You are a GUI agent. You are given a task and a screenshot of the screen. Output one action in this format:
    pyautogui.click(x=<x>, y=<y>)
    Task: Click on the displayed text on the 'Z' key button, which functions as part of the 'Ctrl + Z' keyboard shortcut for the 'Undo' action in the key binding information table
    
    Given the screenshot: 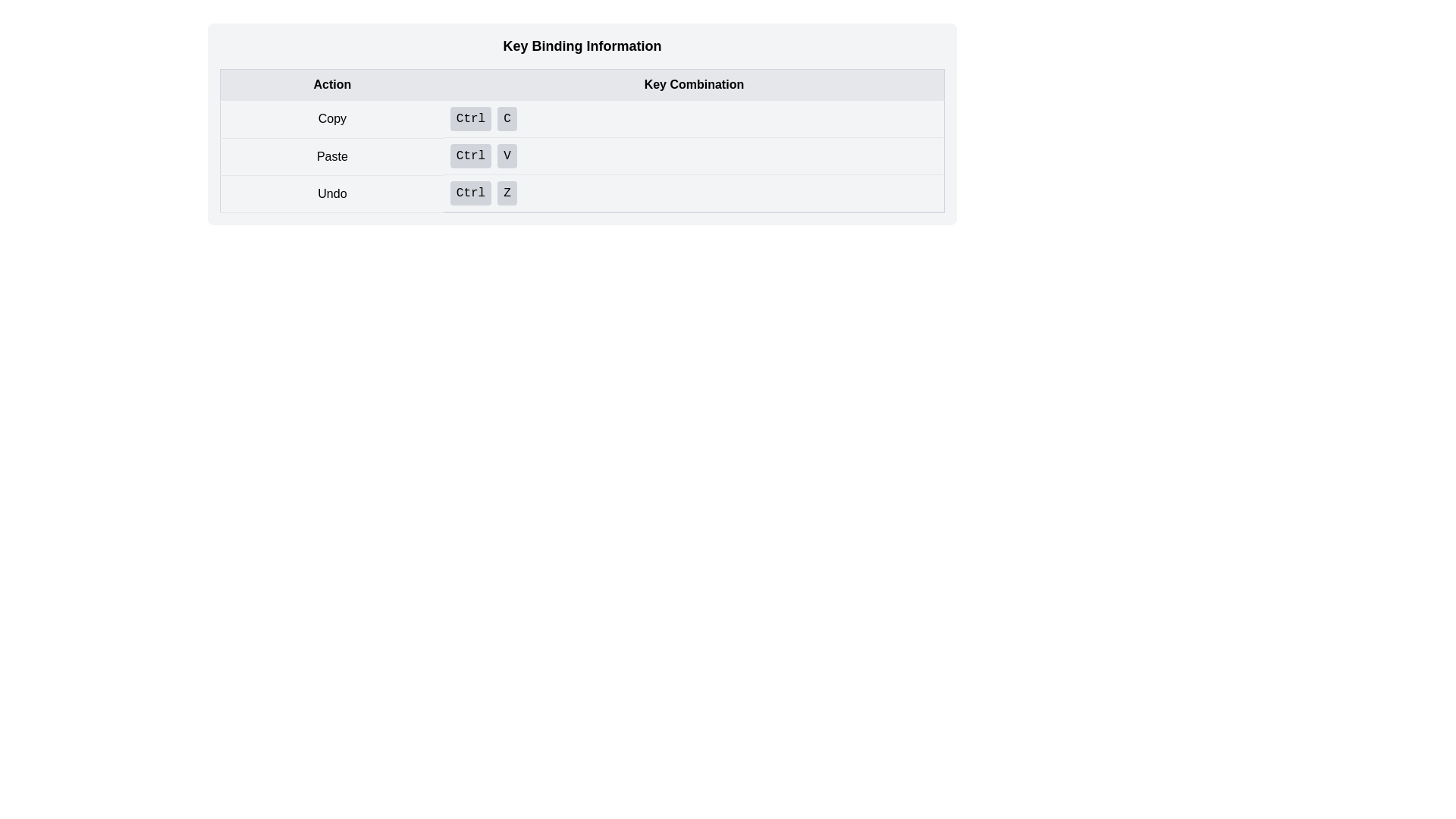 What is the action you would take?
    pyautogui.click(x=507, y=192)
    